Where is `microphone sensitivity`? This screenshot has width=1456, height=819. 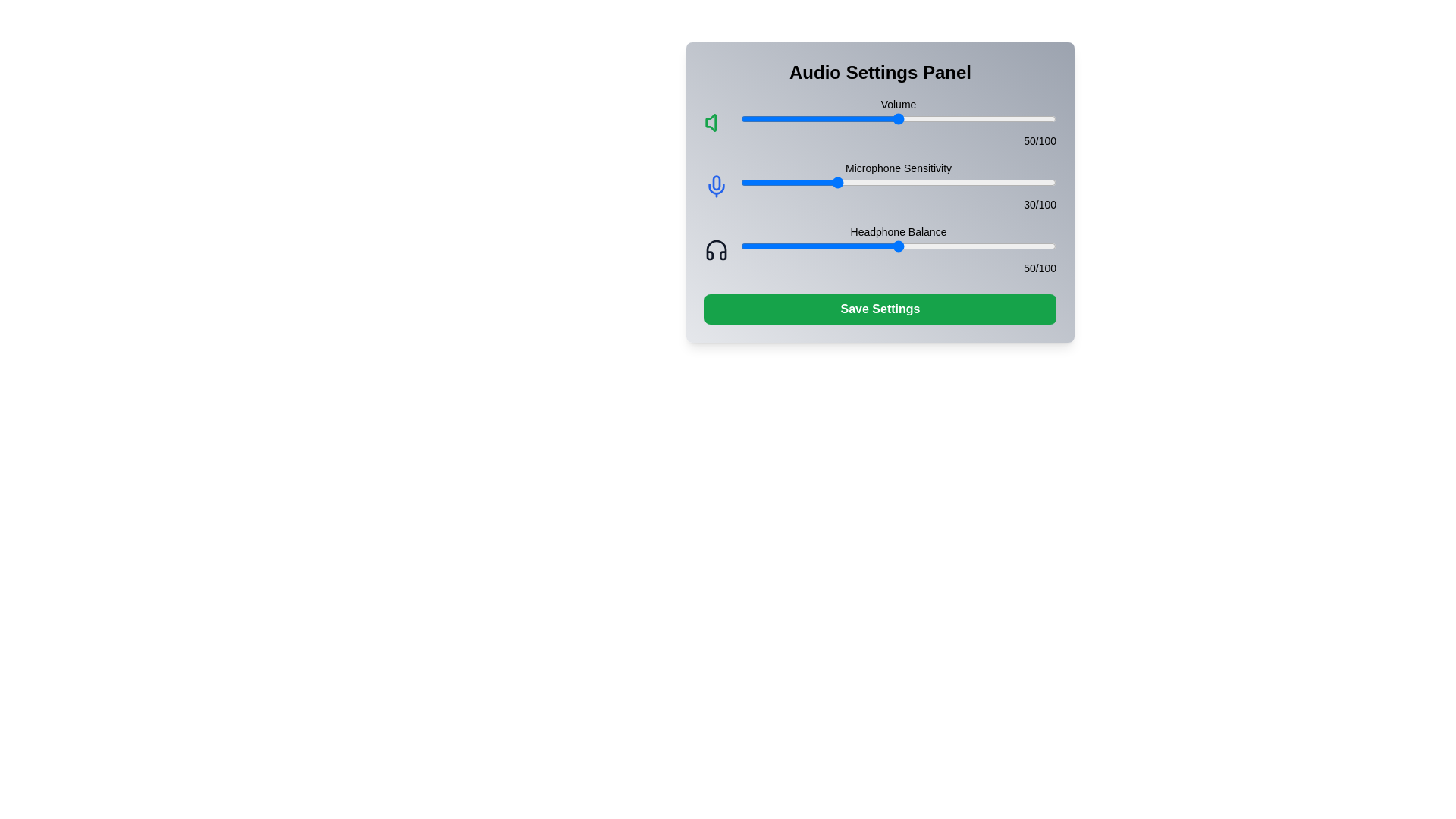 microphone sensitivity is located at coordinates (763, 181).